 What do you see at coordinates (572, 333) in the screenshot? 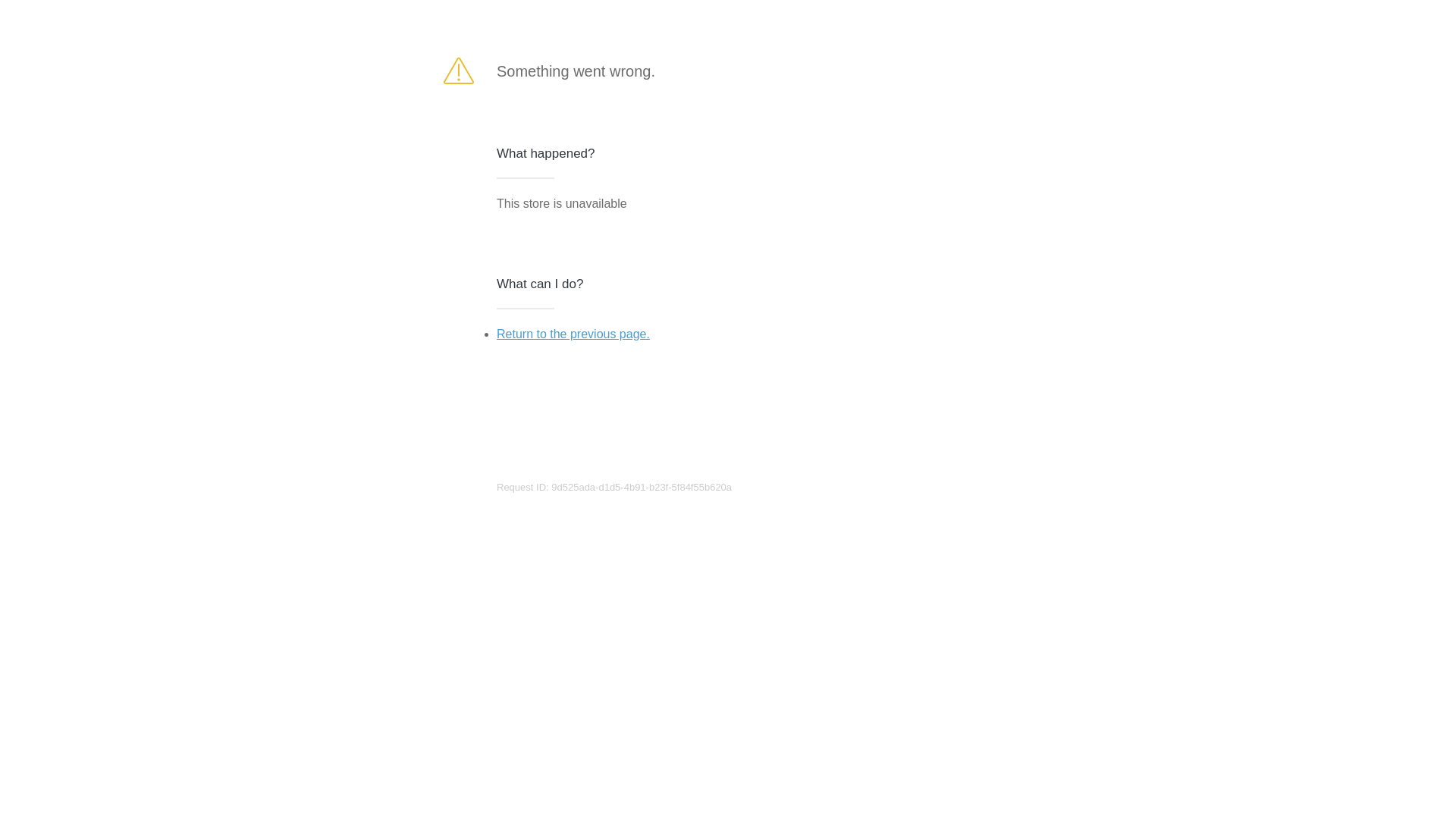
I see `'Return to the previous page.'` at bounding box center [572, 333].